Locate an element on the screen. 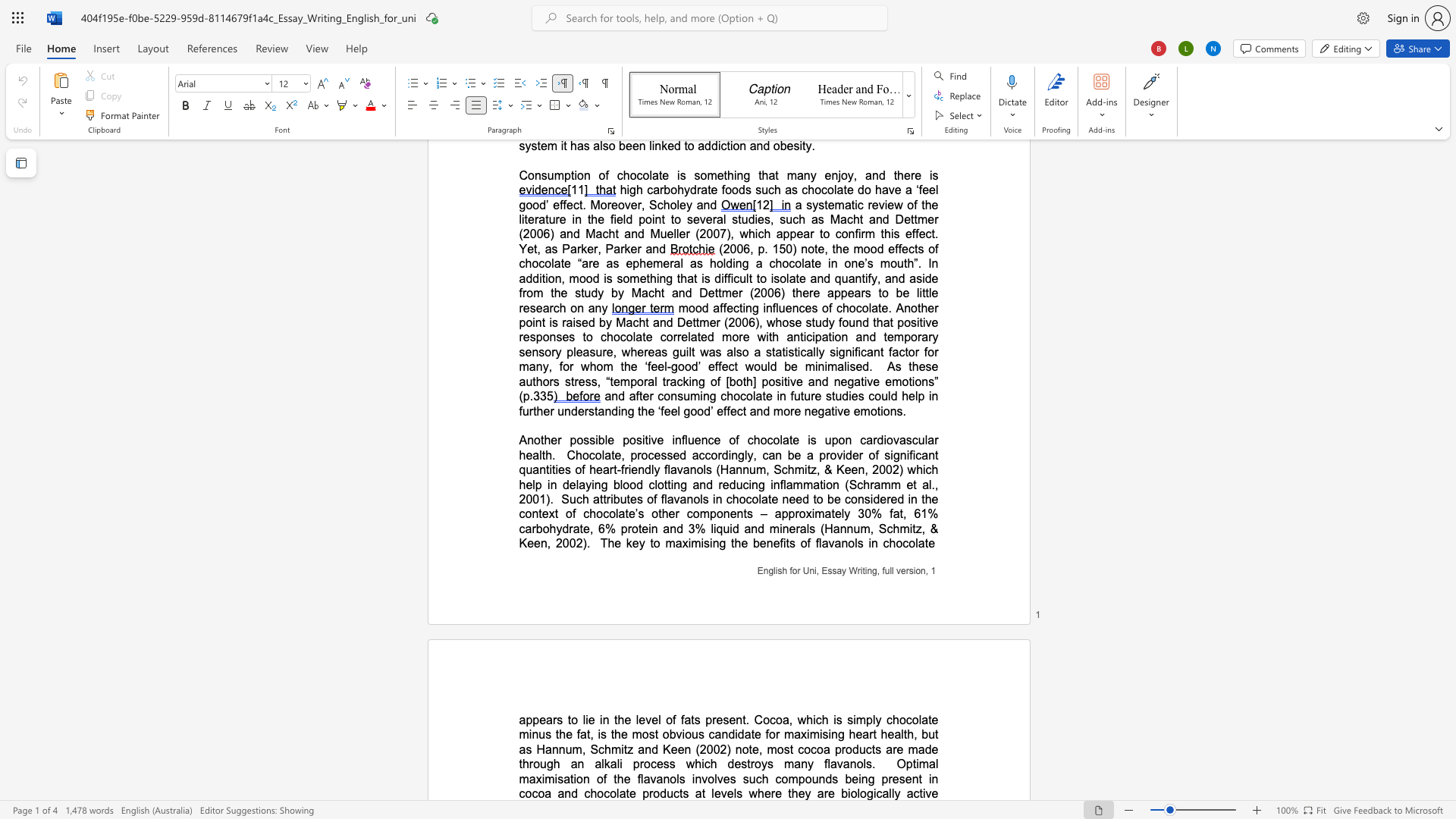 The image size is (1456, 819). the 6th character "t" in the text is located at coordinates (680, 792).